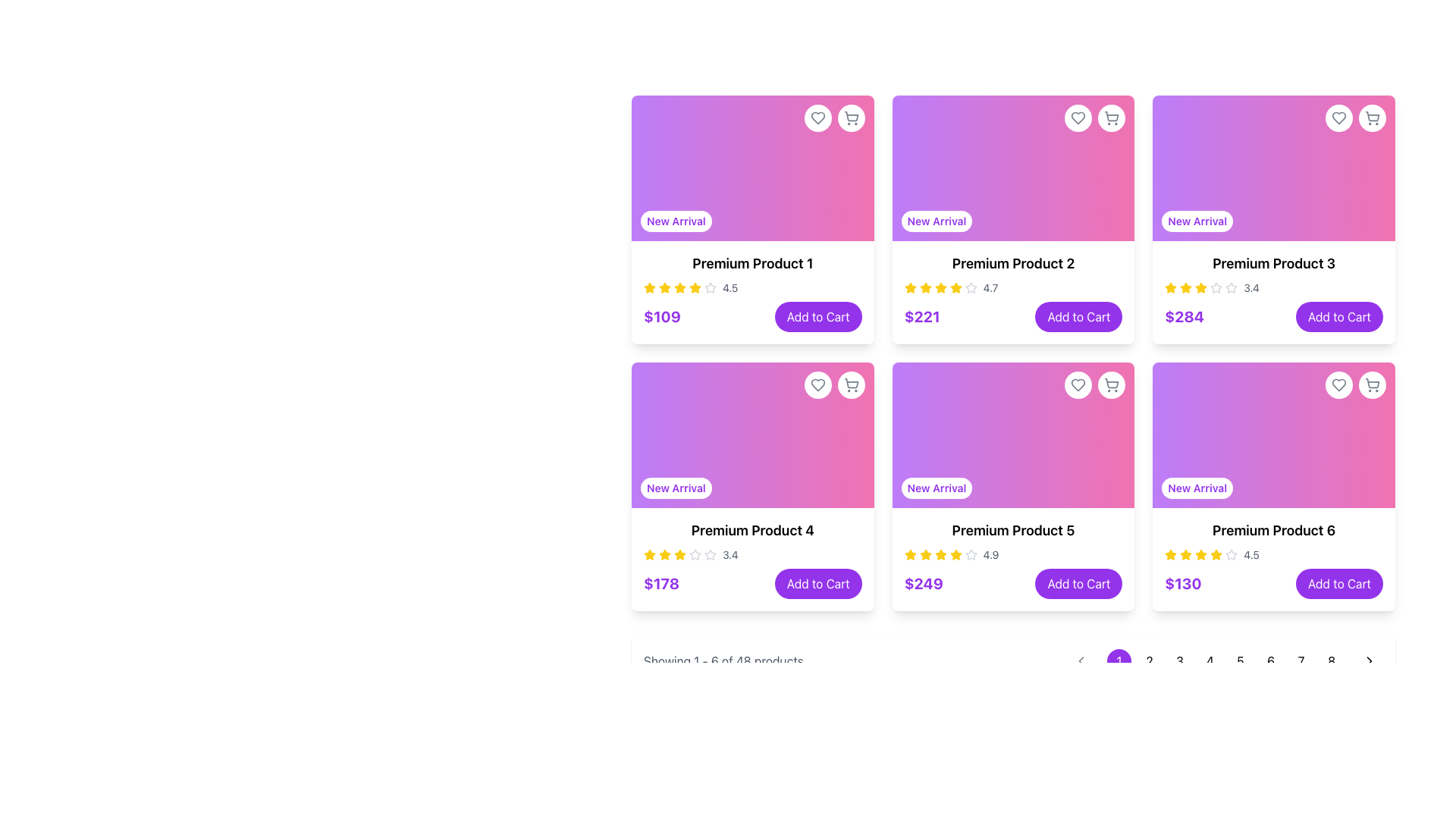 The image size is (1456, 819). What do you see at coordinates (1225, 660) in the screenshot?
I see `the fifth button in the pagination bar, which navigates to the fourth page of content, to trigger hover effects` at bounding box center [1225, 660].